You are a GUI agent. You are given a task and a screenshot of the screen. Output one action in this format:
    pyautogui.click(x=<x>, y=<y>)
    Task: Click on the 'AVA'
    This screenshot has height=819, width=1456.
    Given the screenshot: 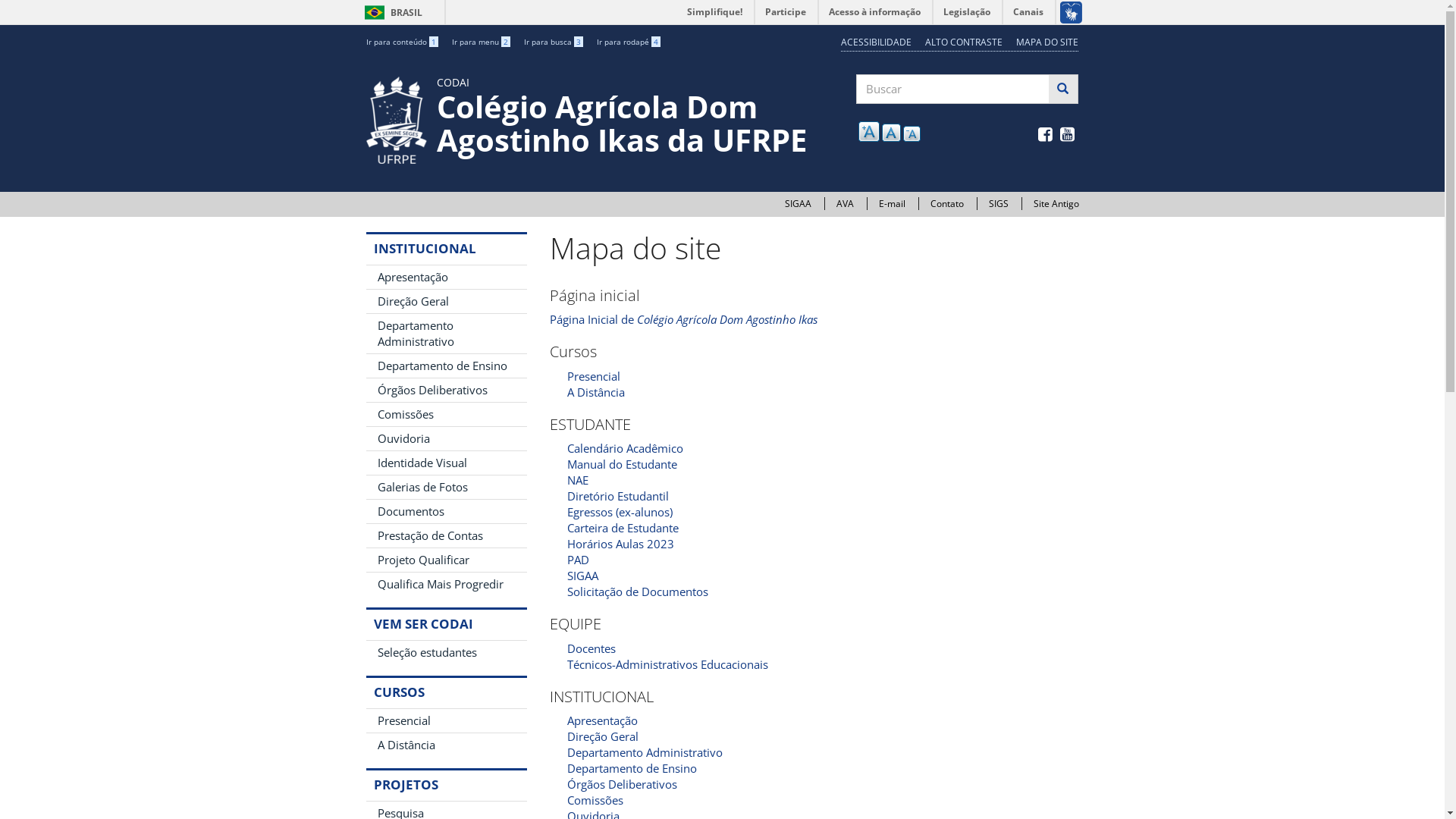 What is the action you would take?
    pyautogui.click(x=835, y=202)
    